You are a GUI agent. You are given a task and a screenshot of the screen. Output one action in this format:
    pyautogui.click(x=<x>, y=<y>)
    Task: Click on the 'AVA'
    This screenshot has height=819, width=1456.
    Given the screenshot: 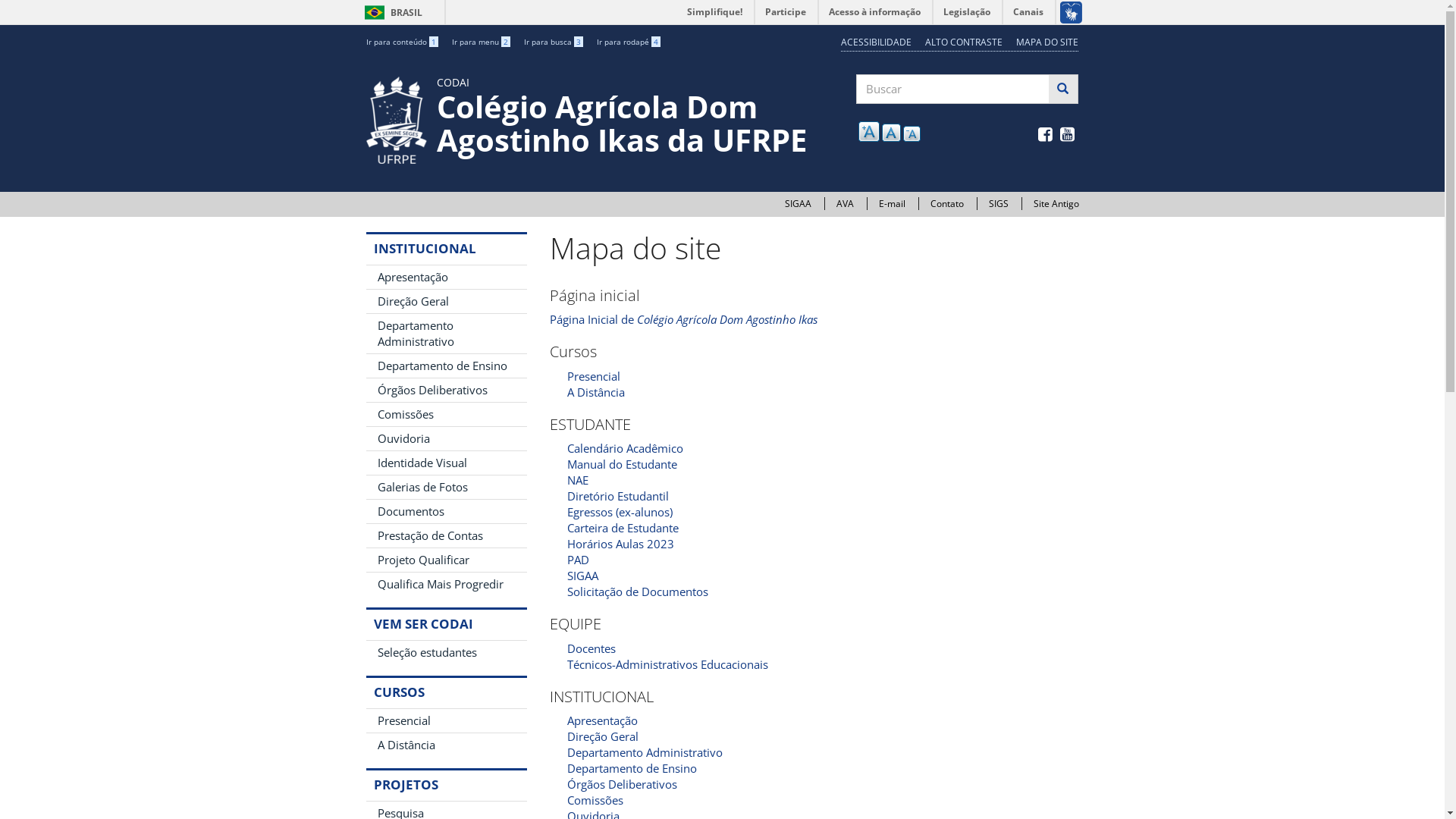 What is the action you would take?
    pyautogui.click(x=835, y=202)
    